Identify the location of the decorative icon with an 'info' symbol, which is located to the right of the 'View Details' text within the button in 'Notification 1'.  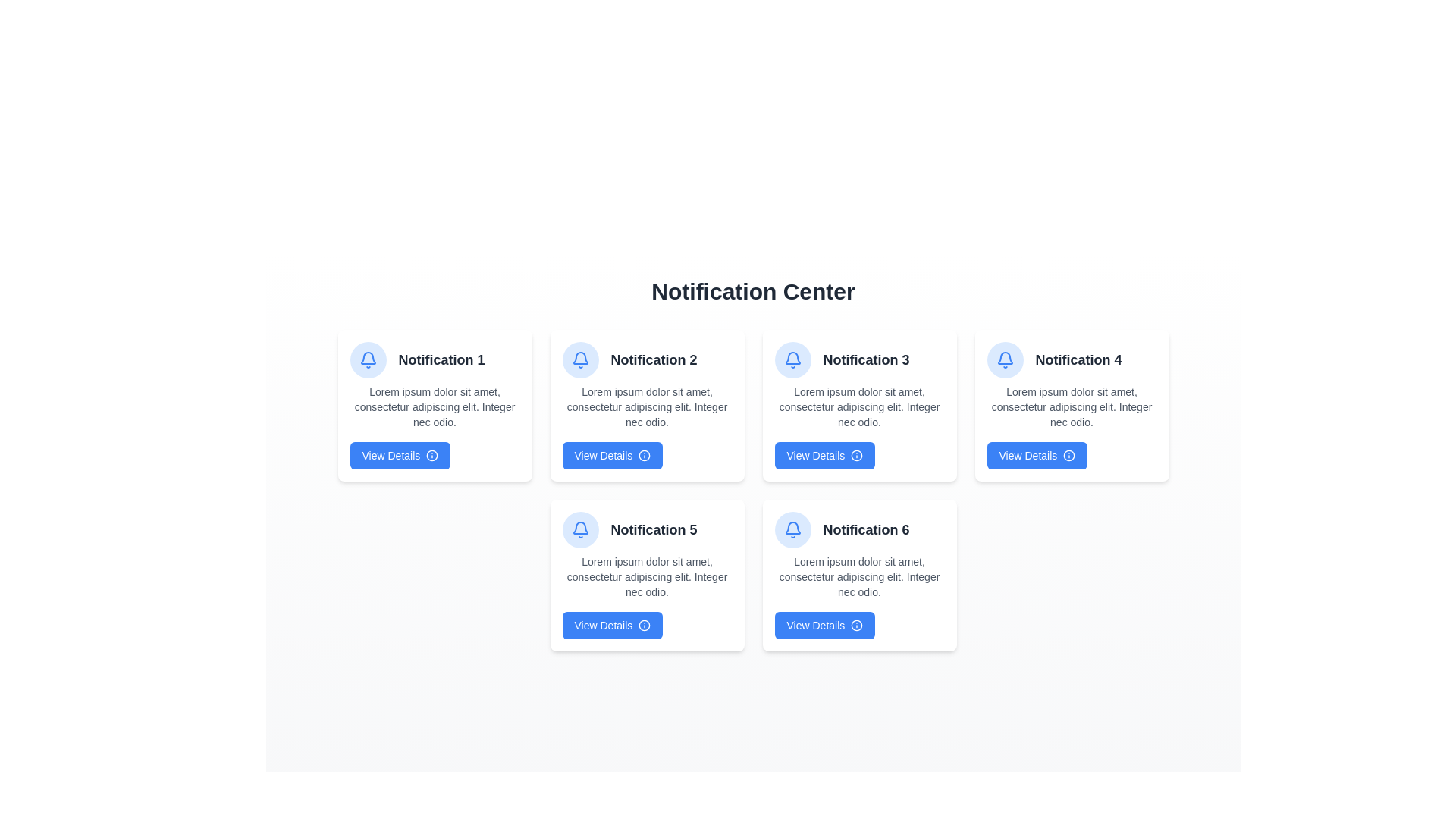
(431, 455).